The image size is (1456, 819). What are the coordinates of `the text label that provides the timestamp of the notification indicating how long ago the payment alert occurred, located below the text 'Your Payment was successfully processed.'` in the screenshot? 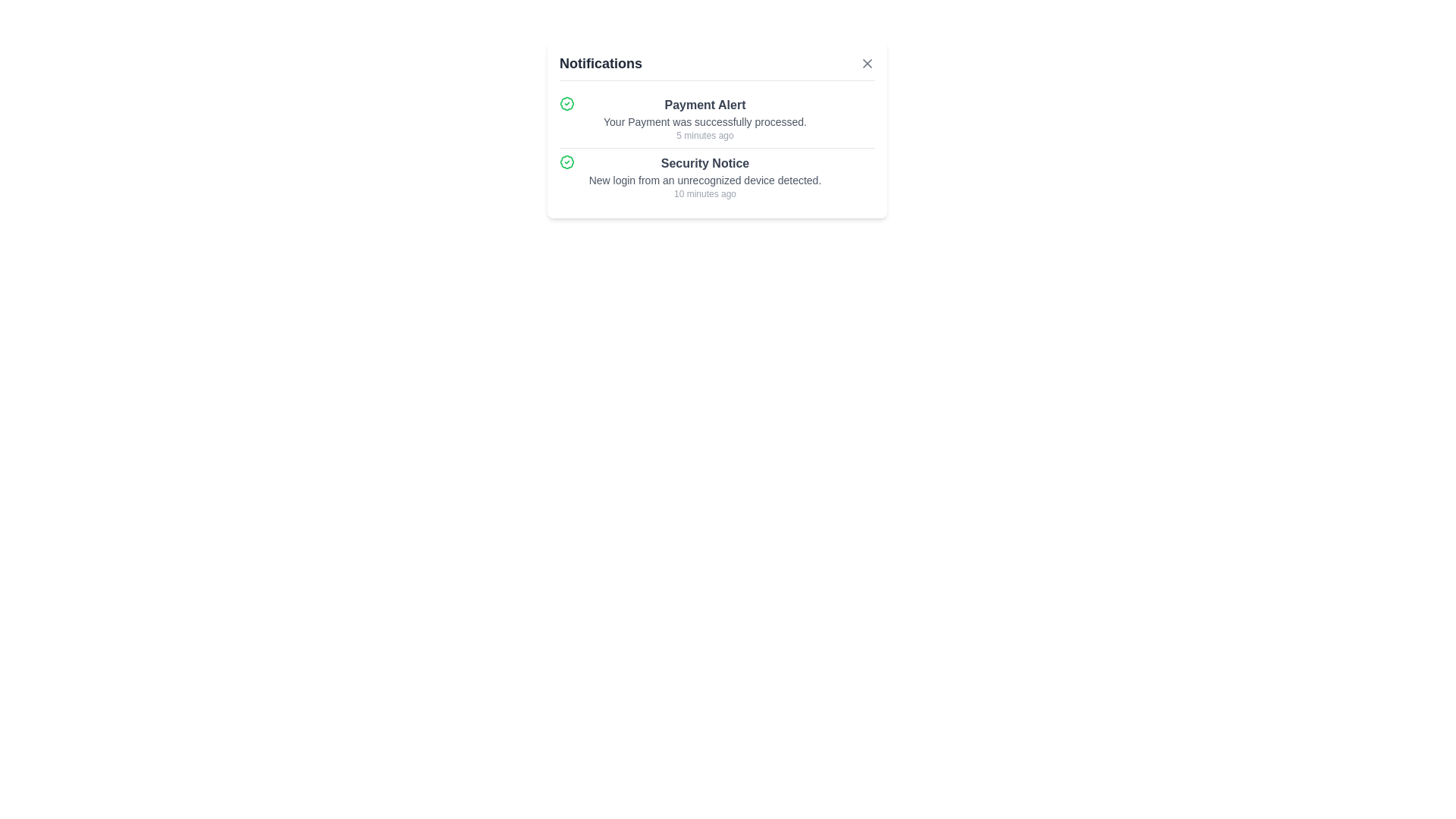 It's located at (704, 134).